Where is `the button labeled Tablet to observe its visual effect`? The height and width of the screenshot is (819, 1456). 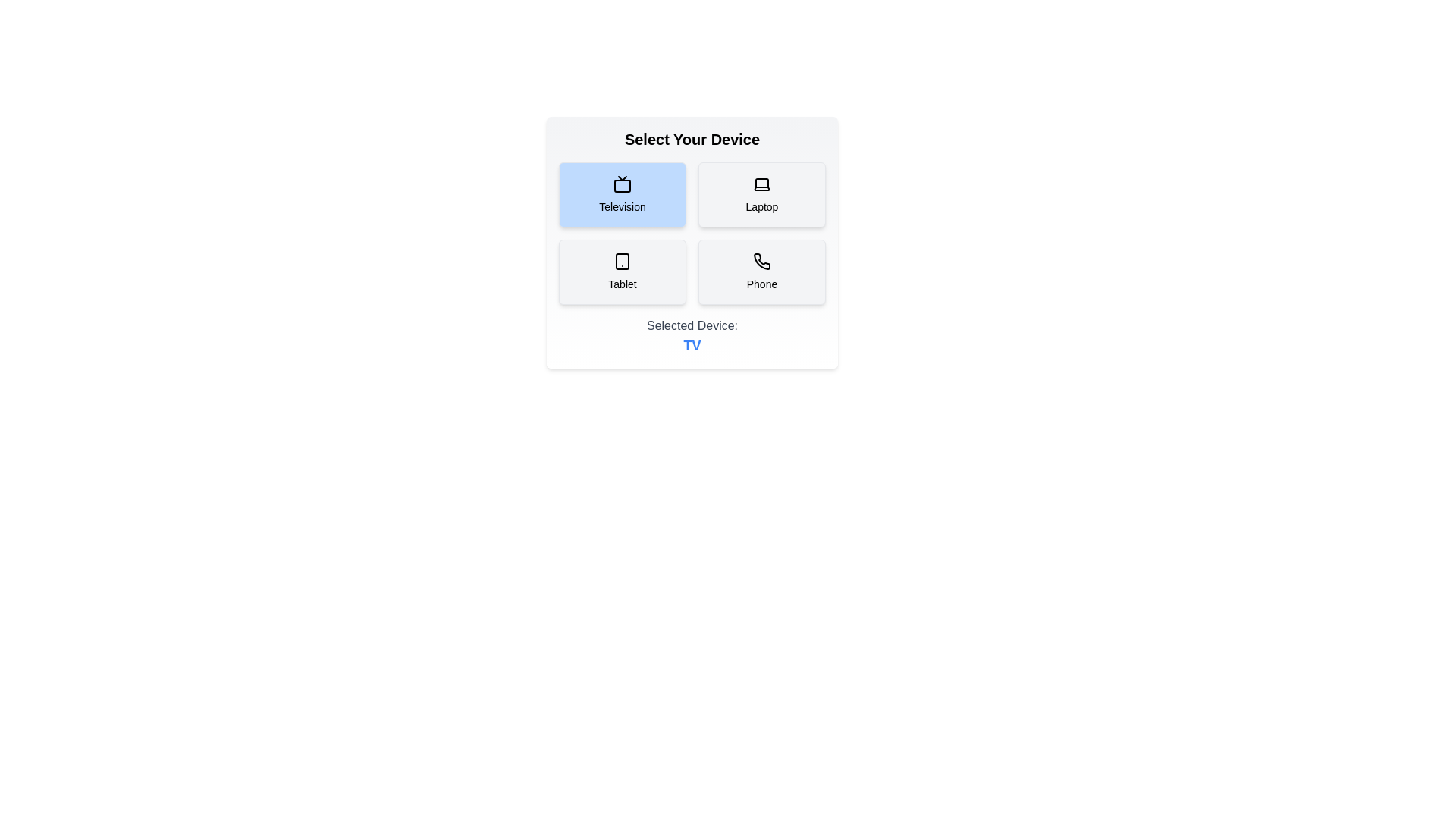
the button labeled Tablet to observe its visual effect is located at coordinates (622, 271).